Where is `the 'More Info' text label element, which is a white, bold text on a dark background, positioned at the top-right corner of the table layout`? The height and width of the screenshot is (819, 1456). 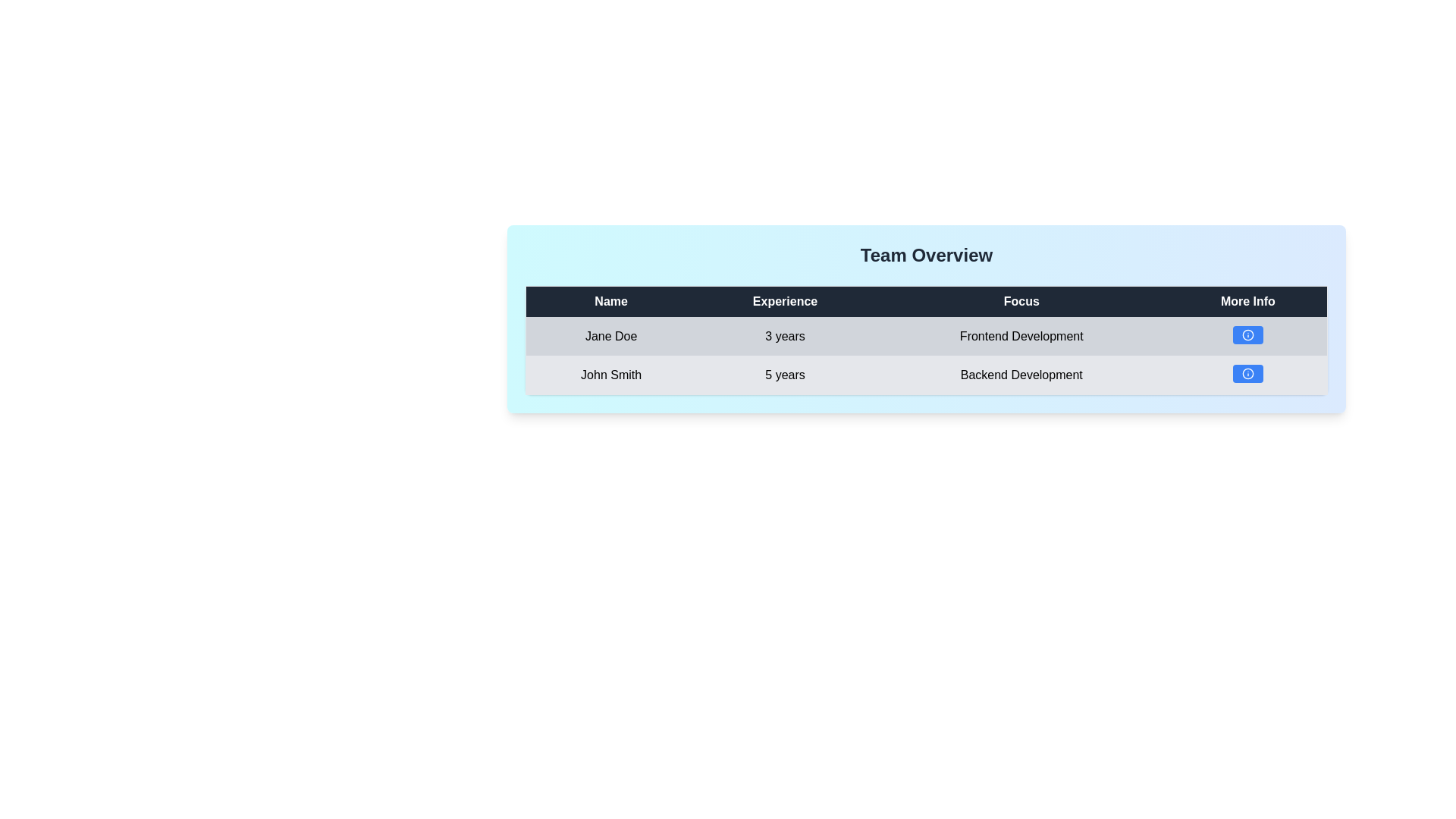 the 'More Info' text label element, which is a white, bold text on a dark background, positioned at the top-right corner of the table layout is located at coordinates (1248, 301).